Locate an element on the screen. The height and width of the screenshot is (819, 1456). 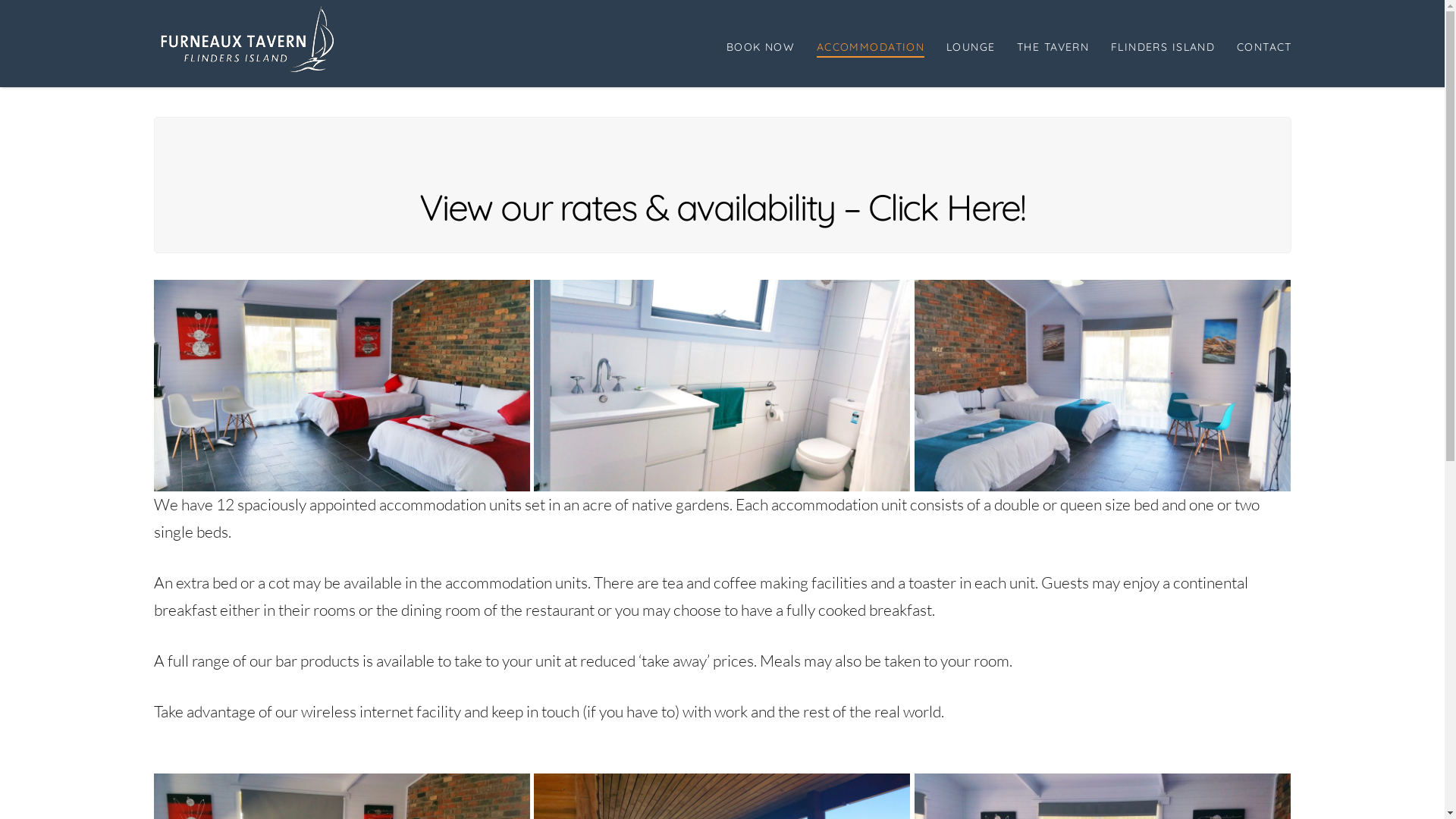
'Triple Bedroom' is located at coordinates (1103, 384).